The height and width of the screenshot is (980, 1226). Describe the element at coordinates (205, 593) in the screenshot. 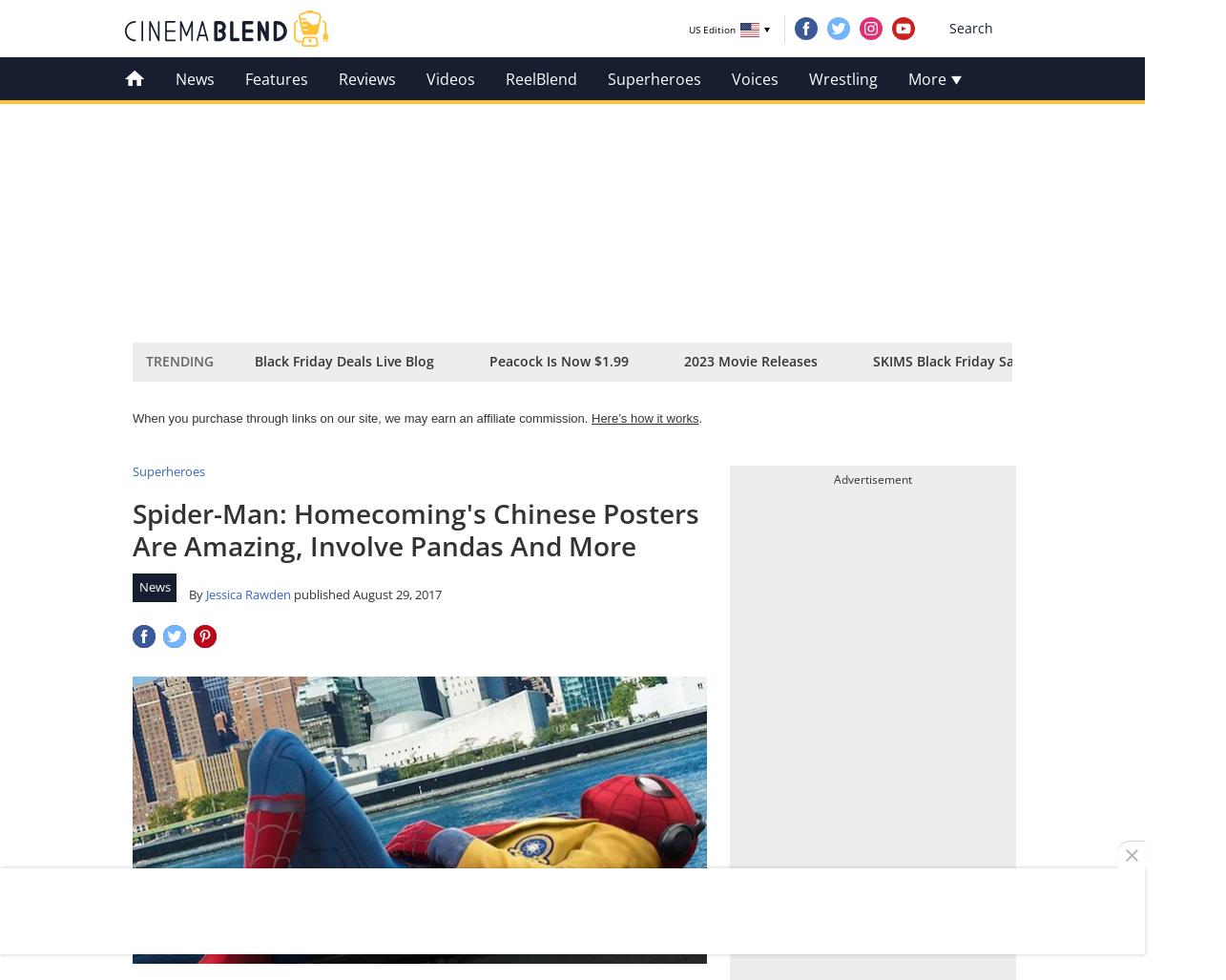

I see `'Jessica Rawden'` at that location.